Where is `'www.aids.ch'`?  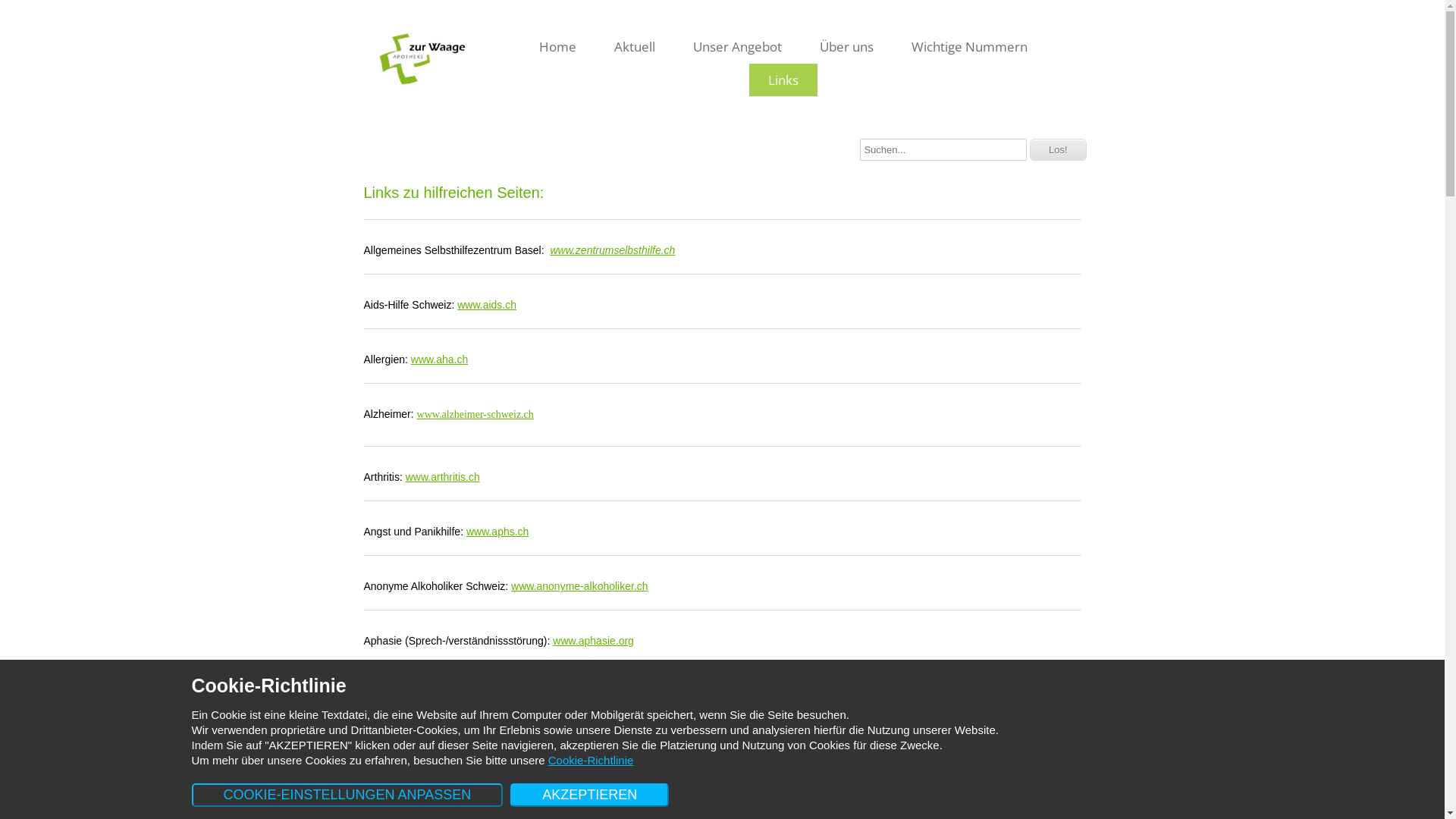
'www.aids.ch' is located at coordinates (487, 304).